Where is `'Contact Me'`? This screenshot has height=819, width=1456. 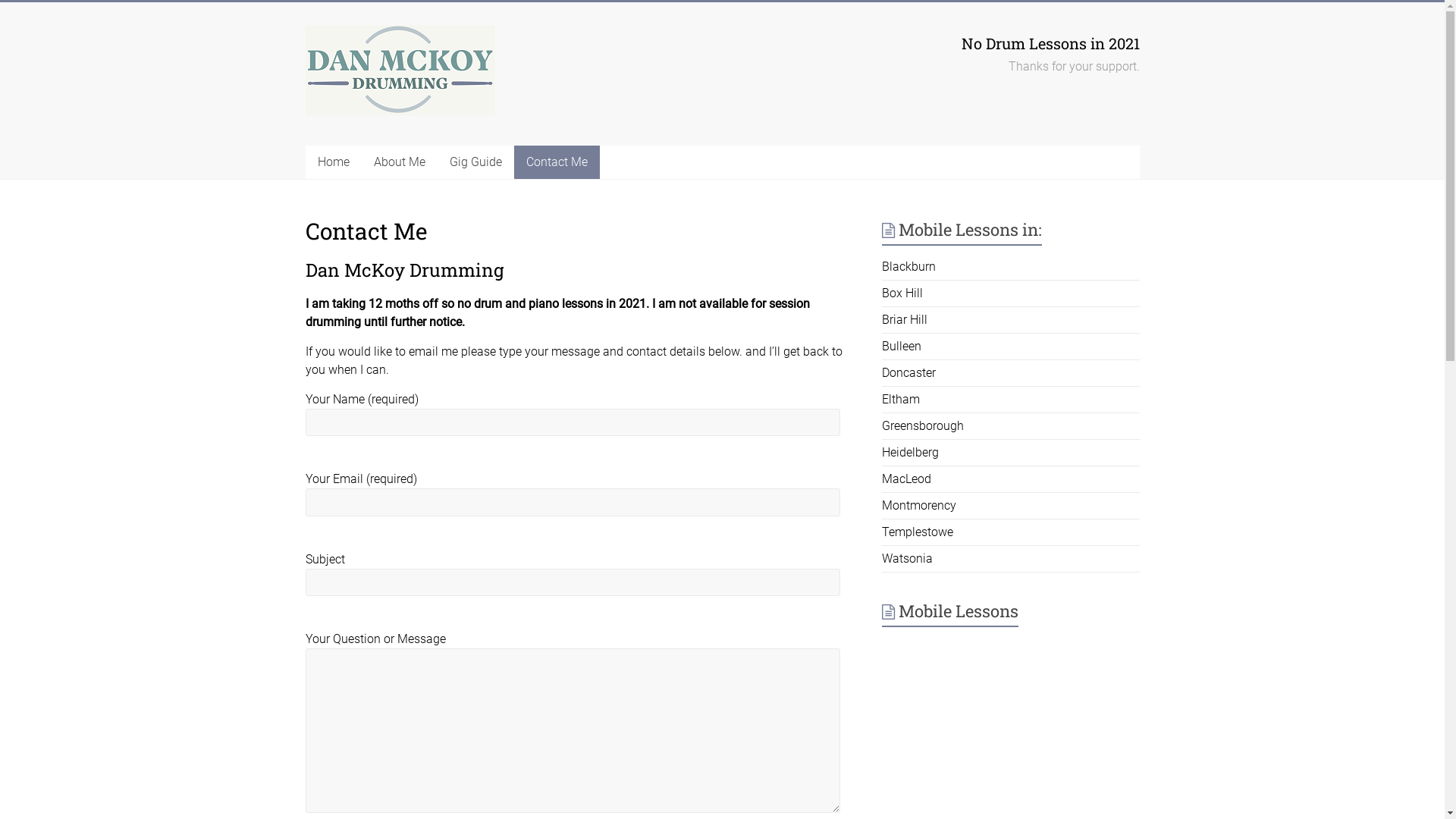 'Contact Me' is located at coordinates (513, 162).